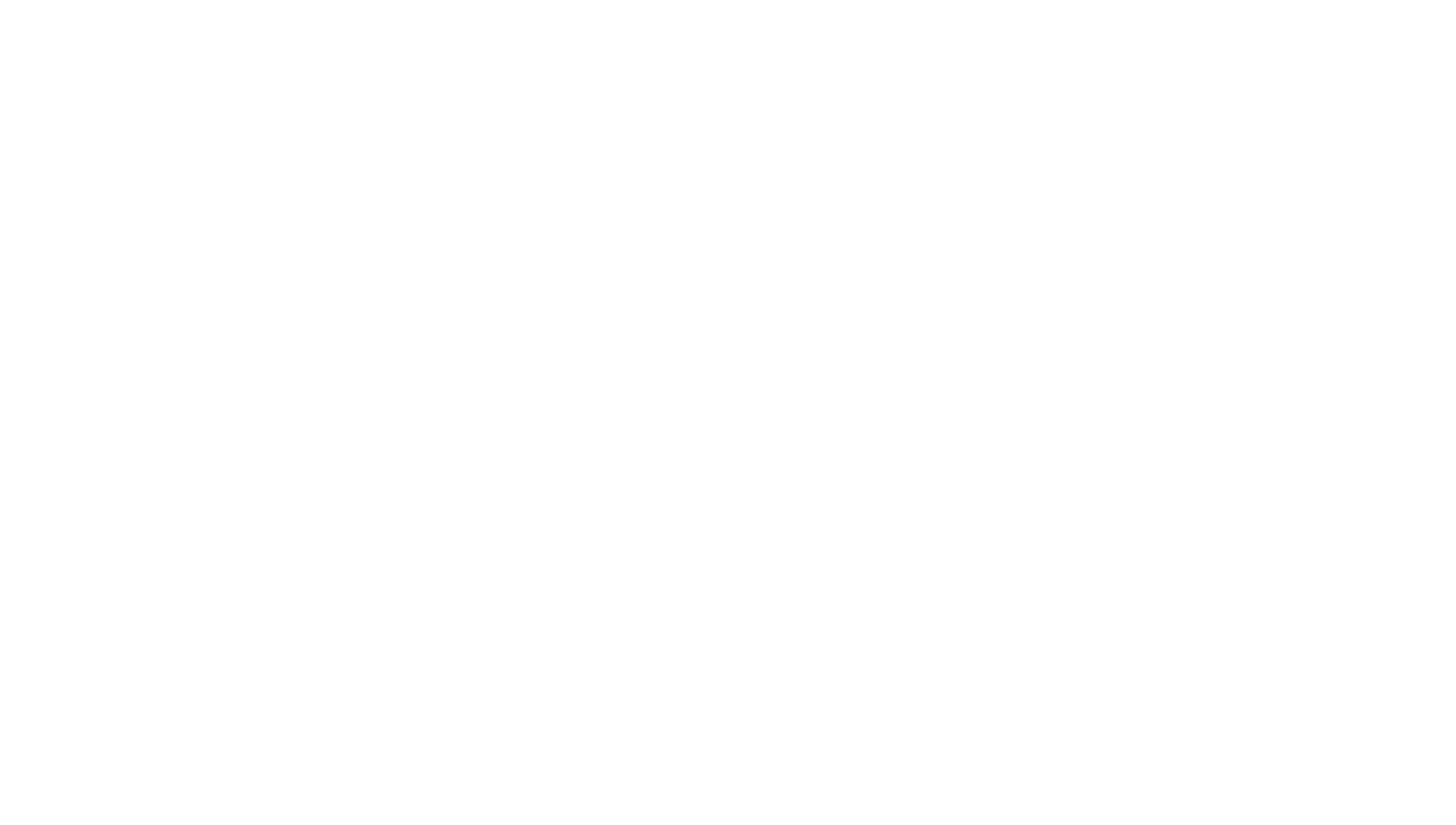 The width and height of the screenshot is (1456, 825). Describe the element at coordinates (618, 30) in the screenshot. I see `'Published: 10/09/2023'` at that location.